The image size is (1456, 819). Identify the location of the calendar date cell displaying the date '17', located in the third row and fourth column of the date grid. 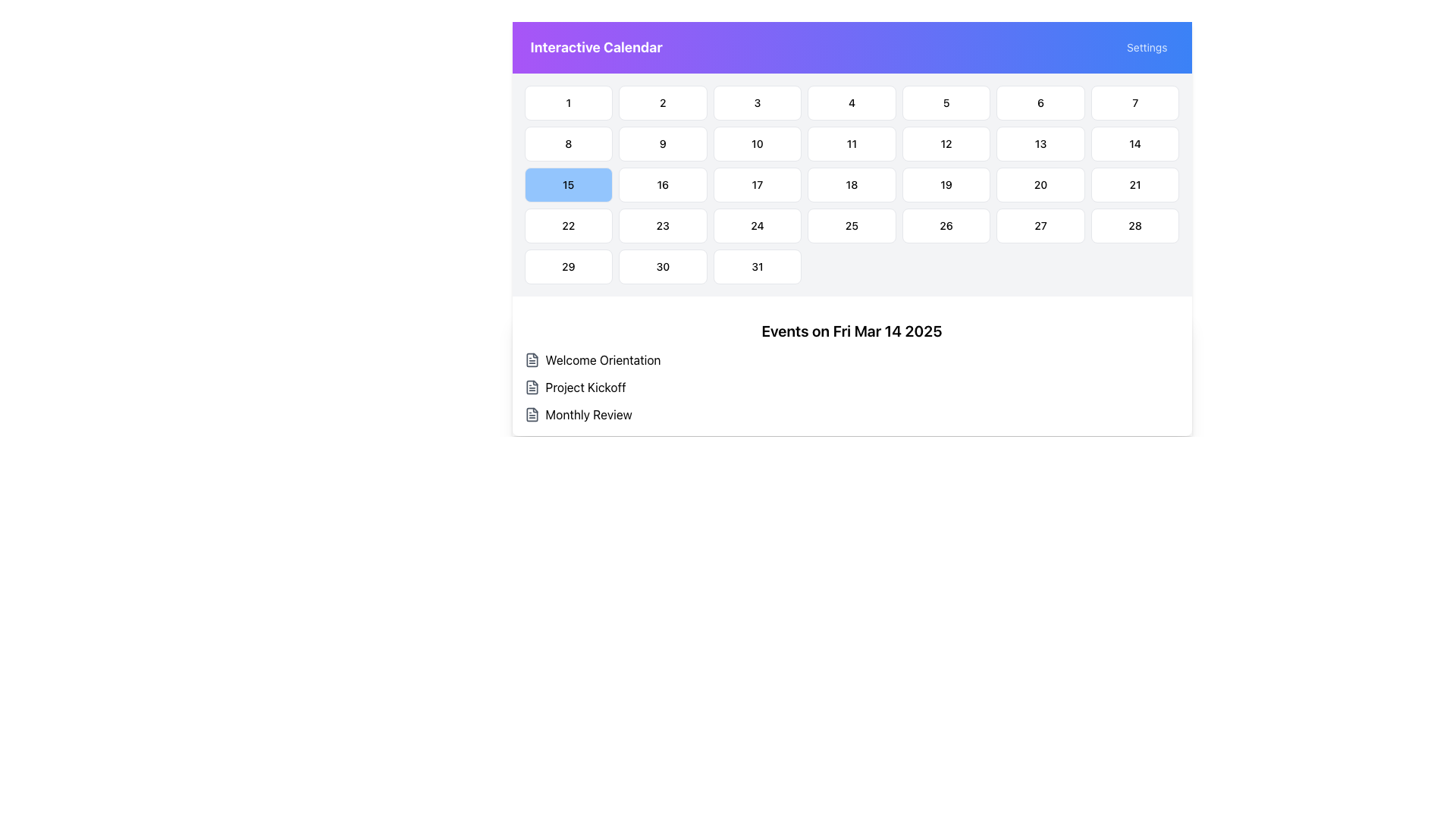
(757, 184).